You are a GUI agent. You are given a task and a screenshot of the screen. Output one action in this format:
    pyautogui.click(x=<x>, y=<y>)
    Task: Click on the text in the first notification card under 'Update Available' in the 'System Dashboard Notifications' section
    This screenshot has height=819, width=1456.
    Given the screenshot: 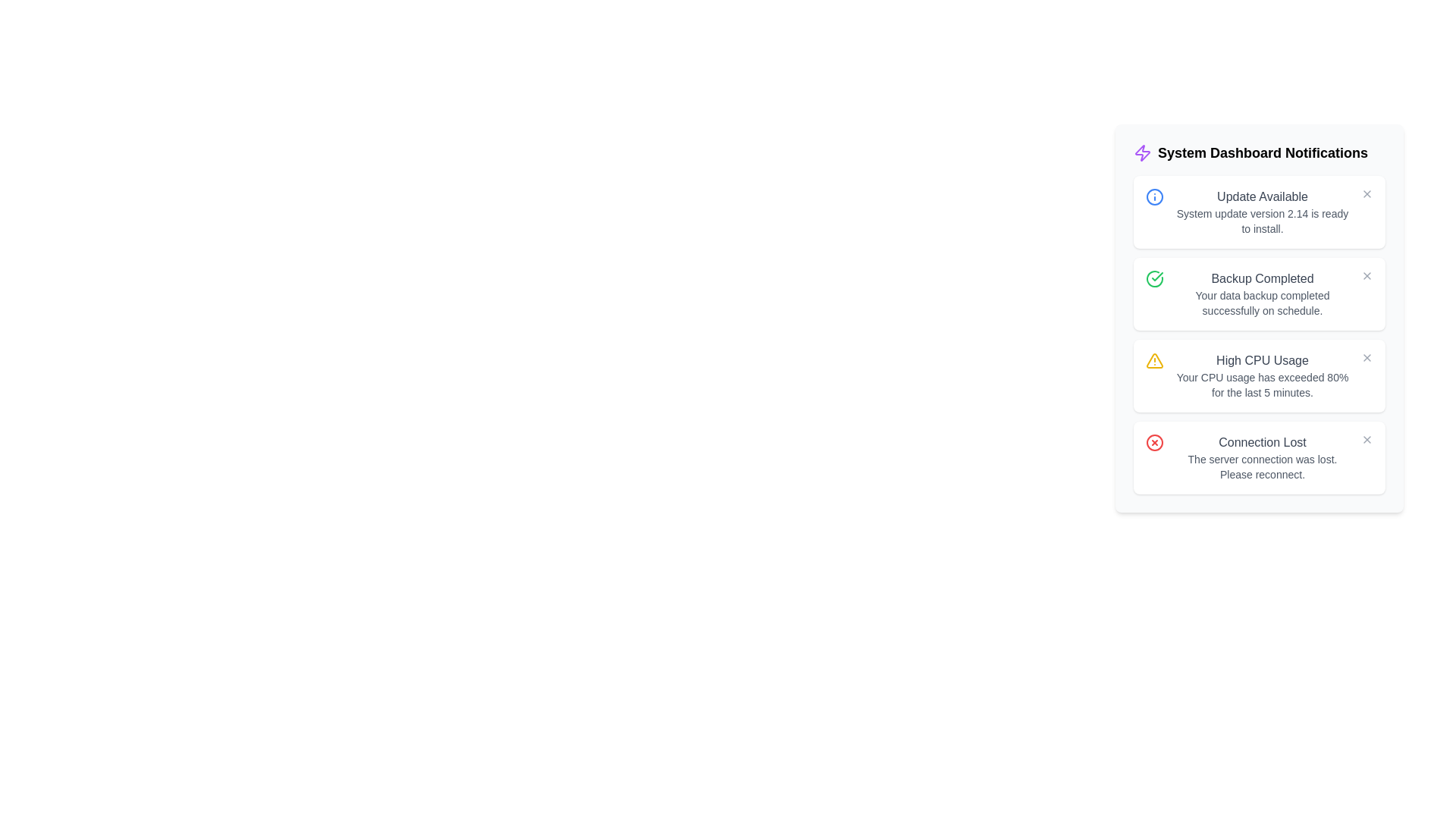 What is the action you would take?
    pyautogui.click(x=1263, y=221)
    